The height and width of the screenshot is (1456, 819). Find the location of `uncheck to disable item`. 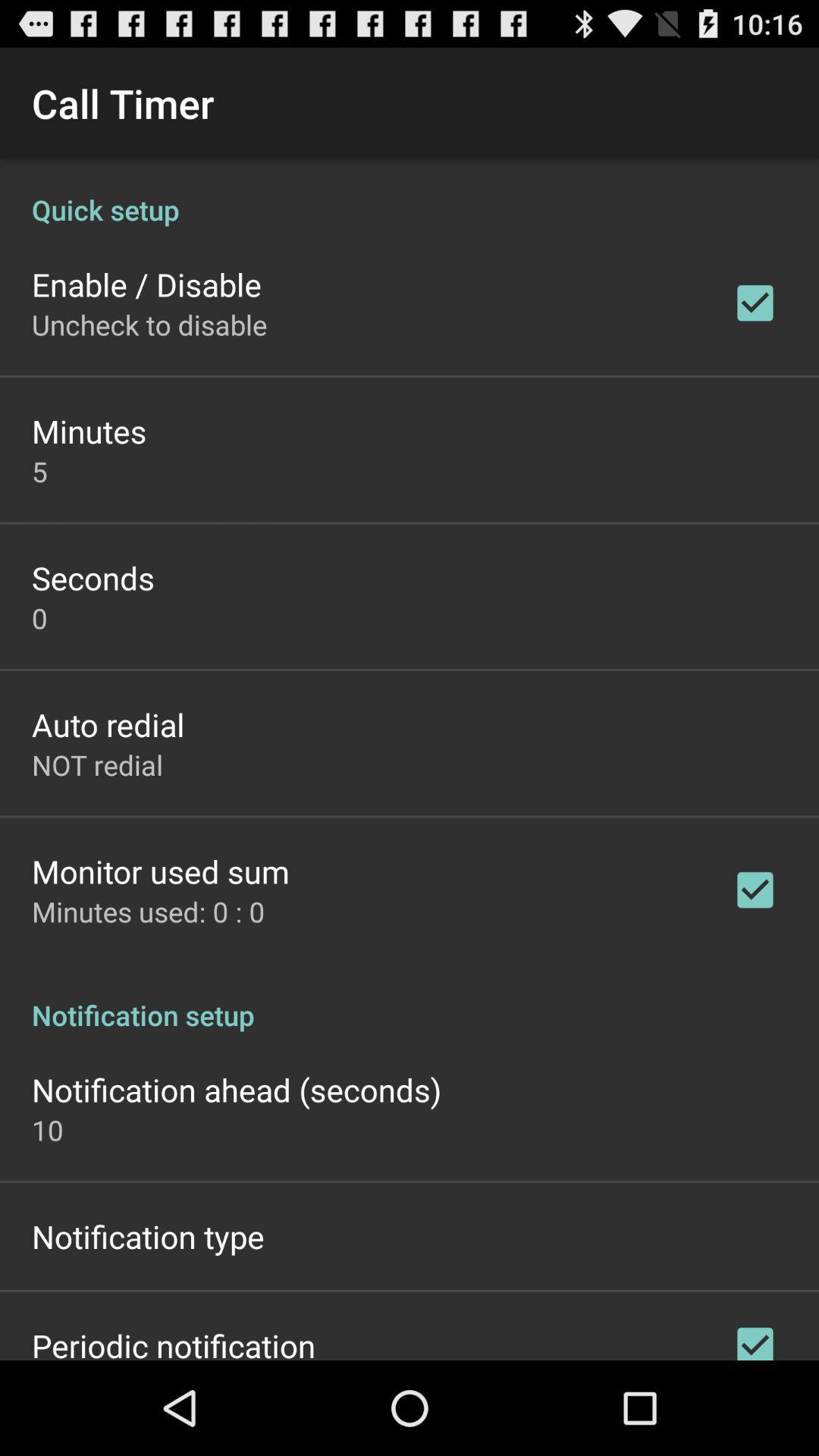

uncheck to disable item is located at coordinates (149, 324).